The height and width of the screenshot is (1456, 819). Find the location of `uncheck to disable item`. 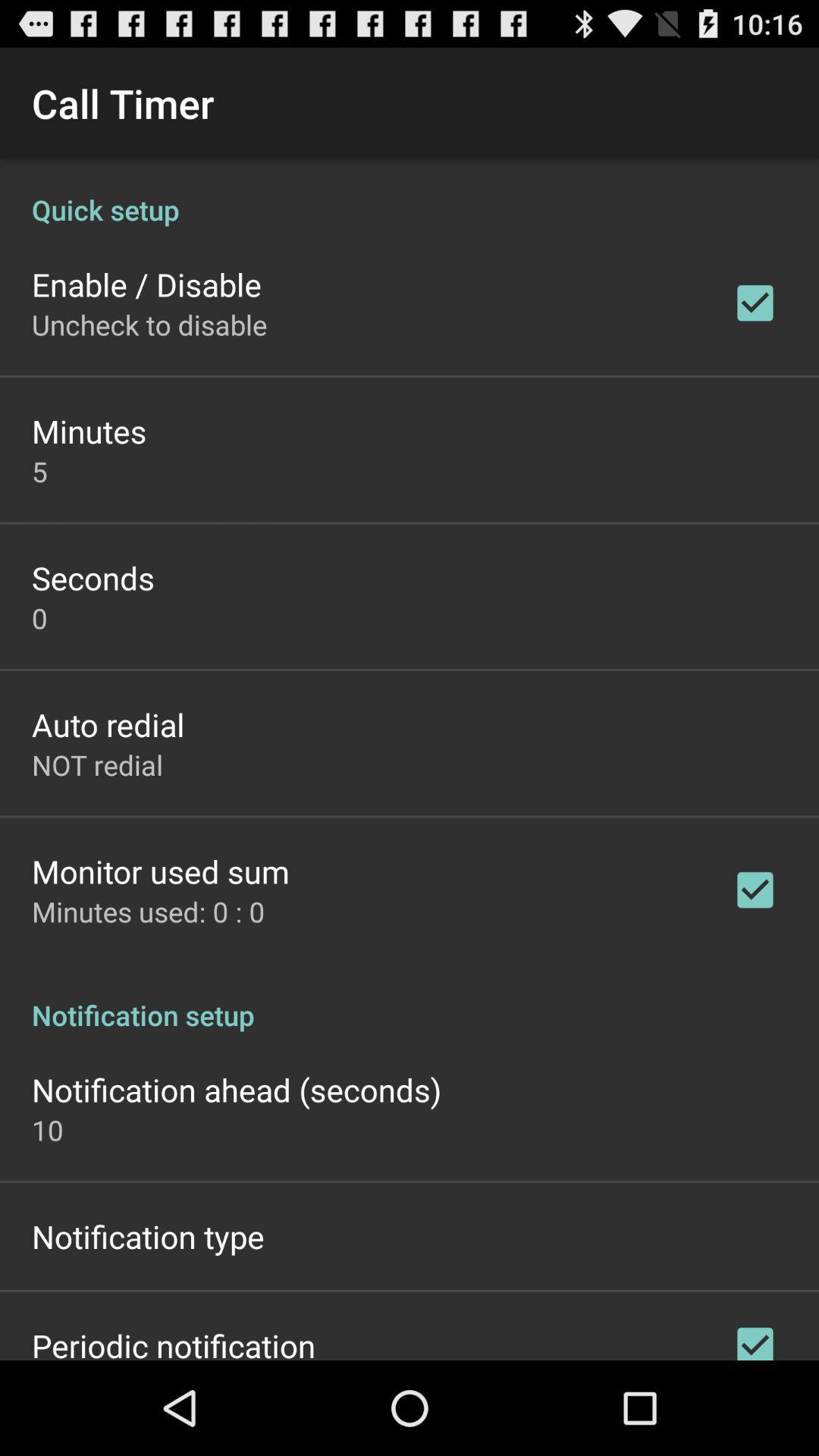

uncheck to disable item is located at coordinates (149, 324).